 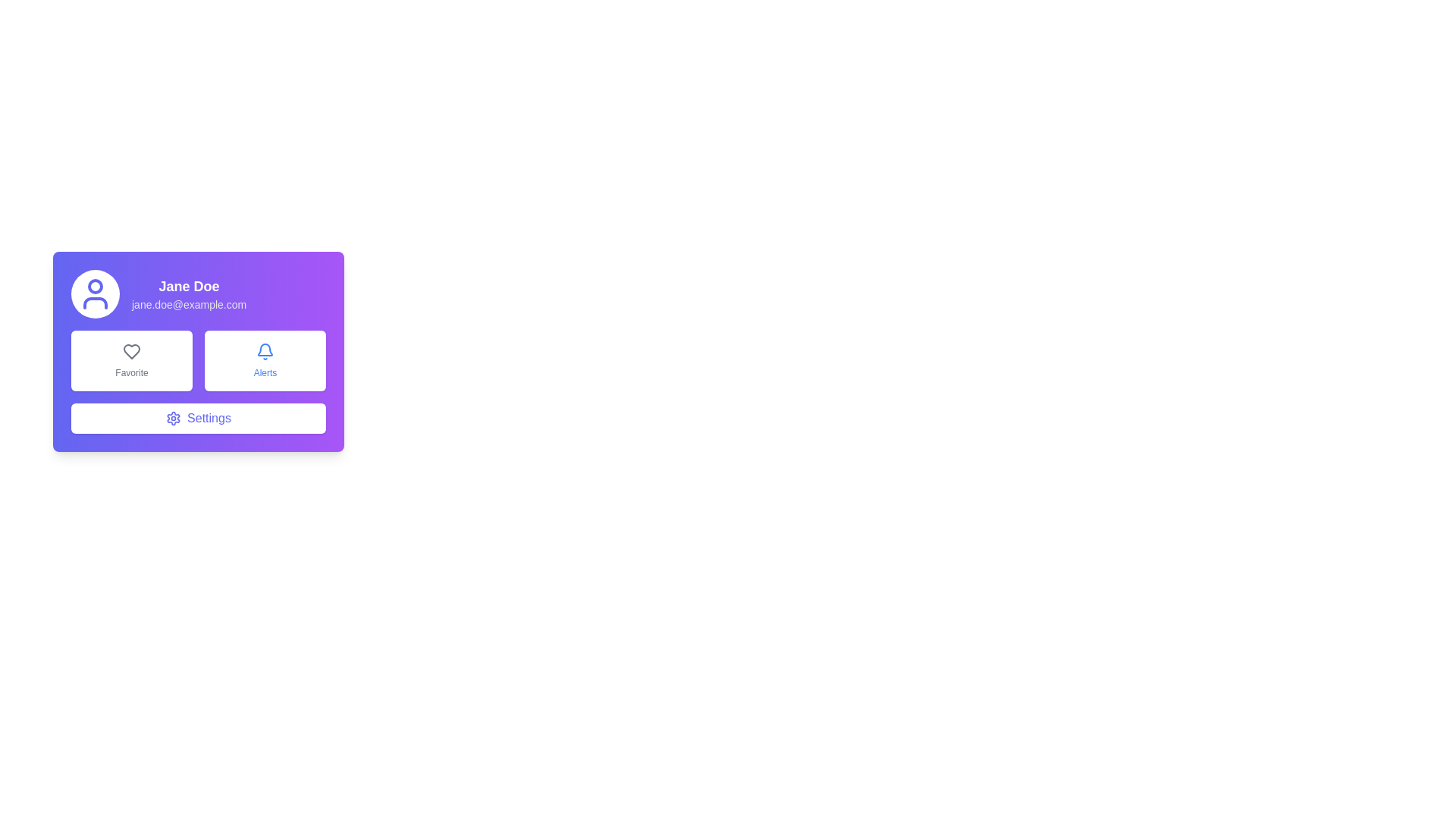 What do you see at coordinates (188, 304) in the screenshot?
I see `the text label displaying the contact email address associated with the user 'Jane Doe', which is positioned below the name 'Jane Doe' in the upper-left card section of the interface` at bounding box center [188, 304].